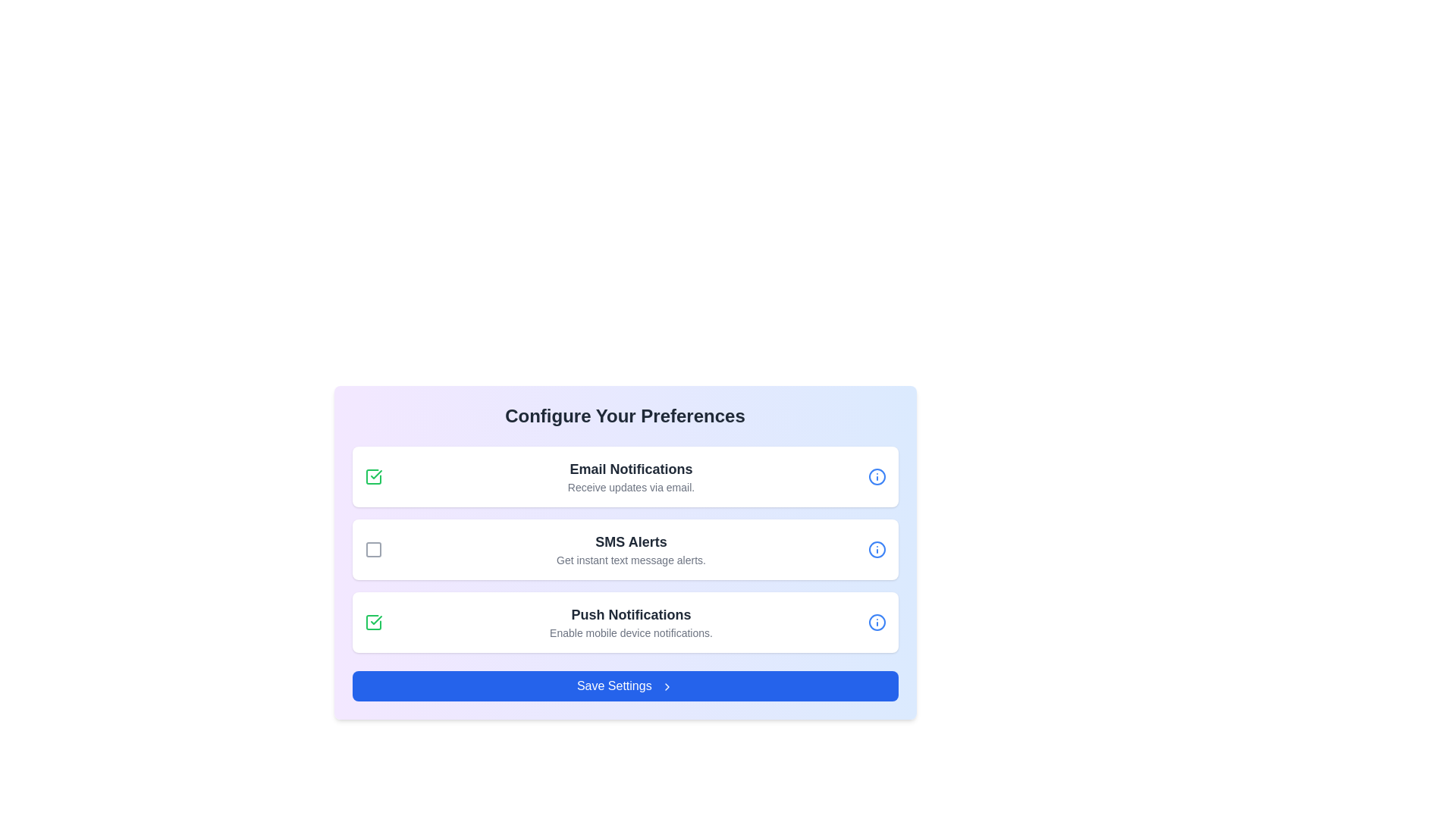 The image size is (1456, 819). What do you see at coordinates (877, 475) in the screenshot?
I see `the informational icon located at the far right side within the 'Email Notifications' panel, adjacent to its descriptive text` at bounding box center [877, 475].